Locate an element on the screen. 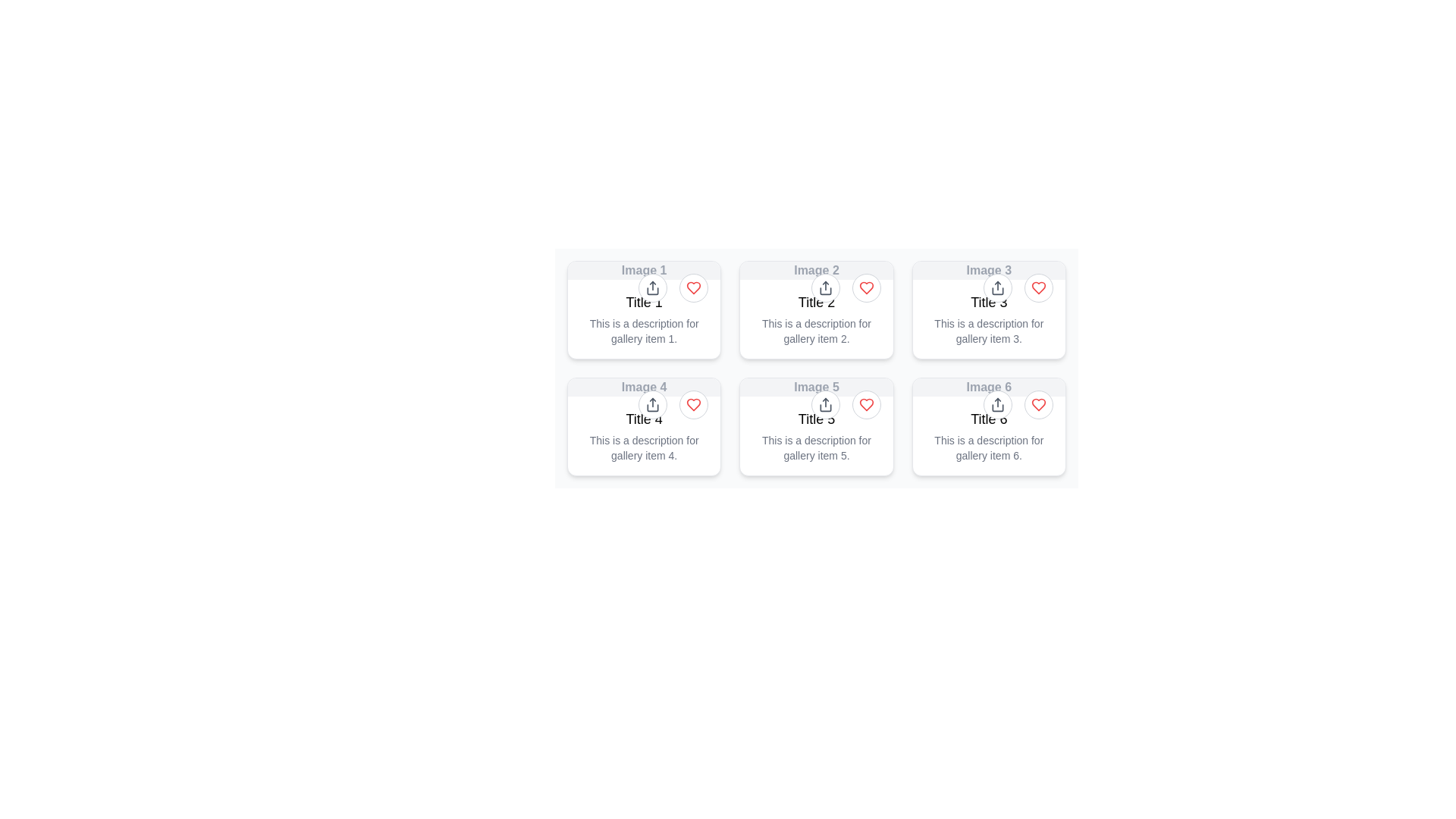  the text block displaying 'Title 6' and its description 'This is a description for gallery item 6.' located on the sixth tile in the grid layout is located at coordinates (989, 435).